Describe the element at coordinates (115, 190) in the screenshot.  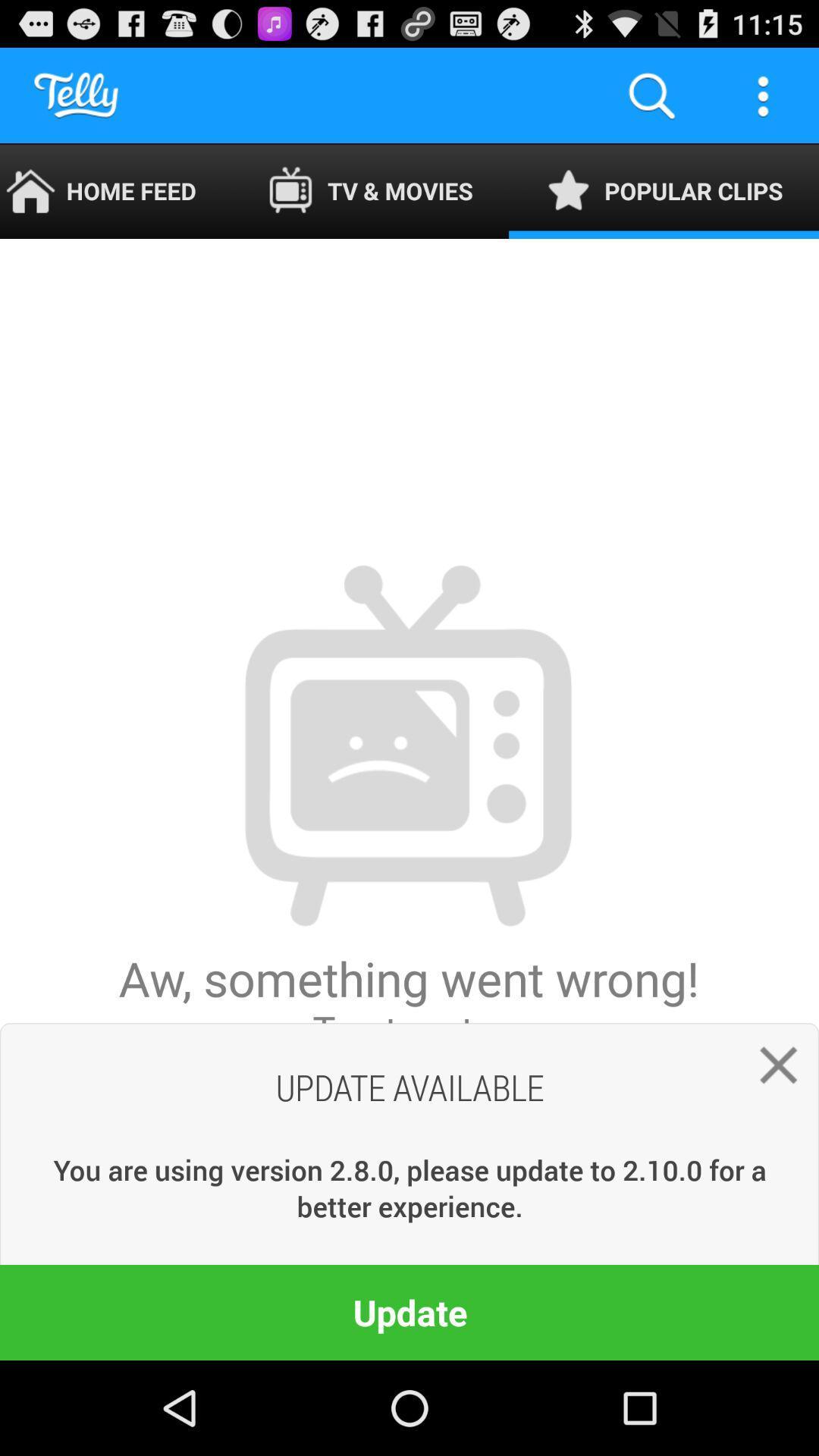
I see `icon above the aw something went icon` at that location.